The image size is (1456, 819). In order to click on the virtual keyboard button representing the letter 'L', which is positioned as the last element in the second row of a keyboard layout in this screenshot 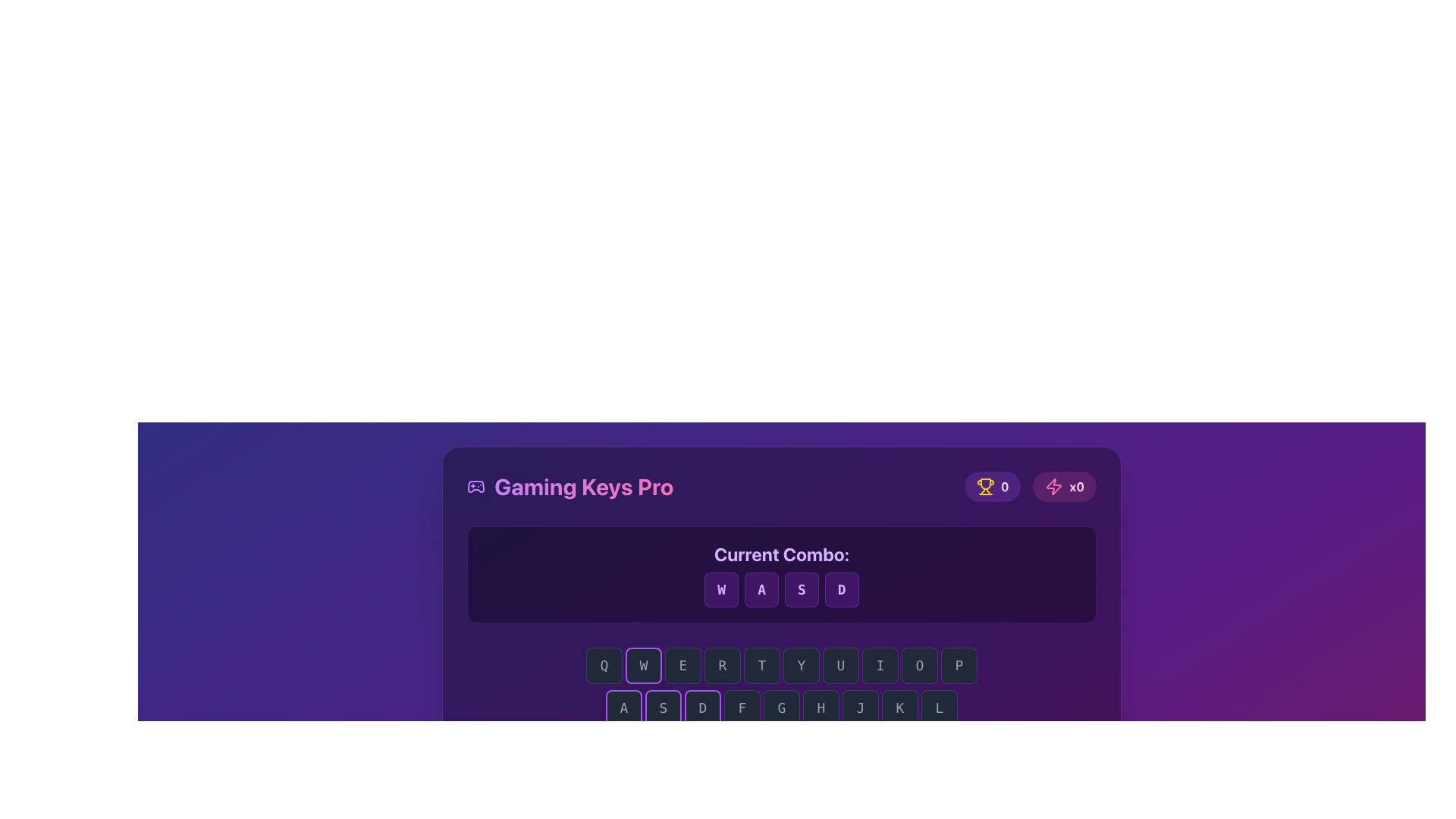, I will do `click(938, 708)`.